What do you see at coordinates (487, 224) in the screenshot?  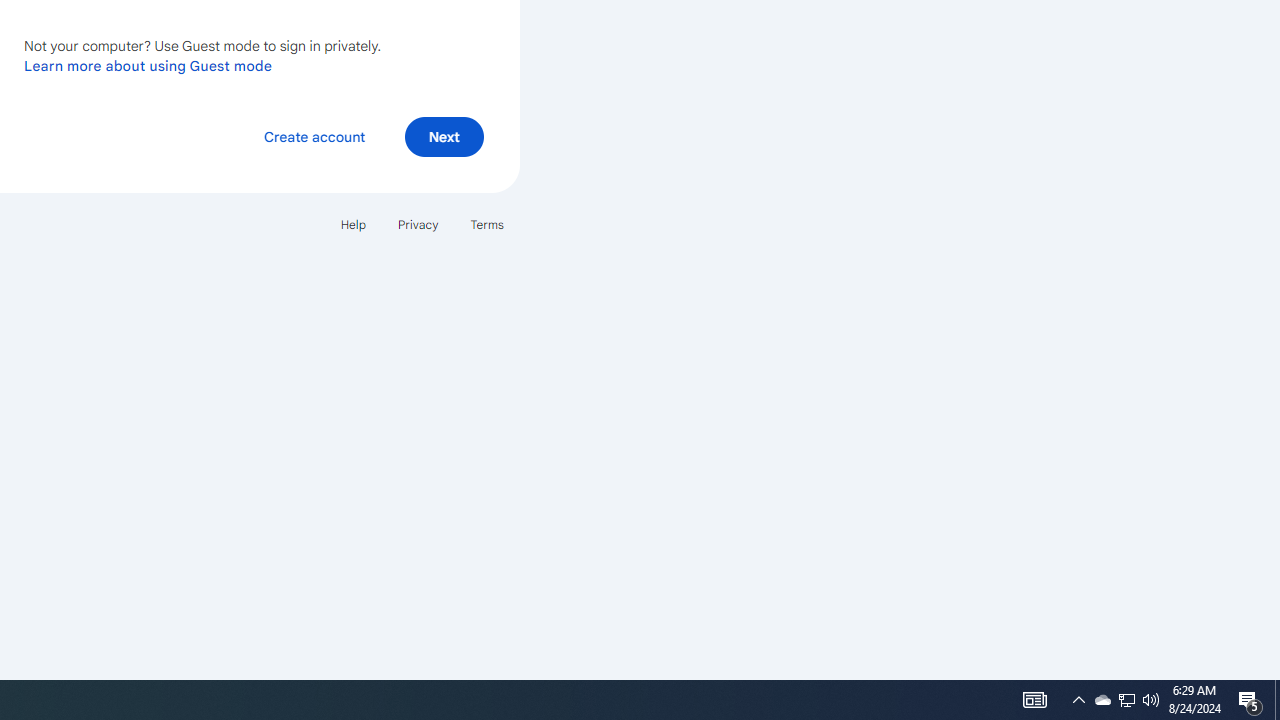 I see `'Terms'` at bounding box center [487, 224].